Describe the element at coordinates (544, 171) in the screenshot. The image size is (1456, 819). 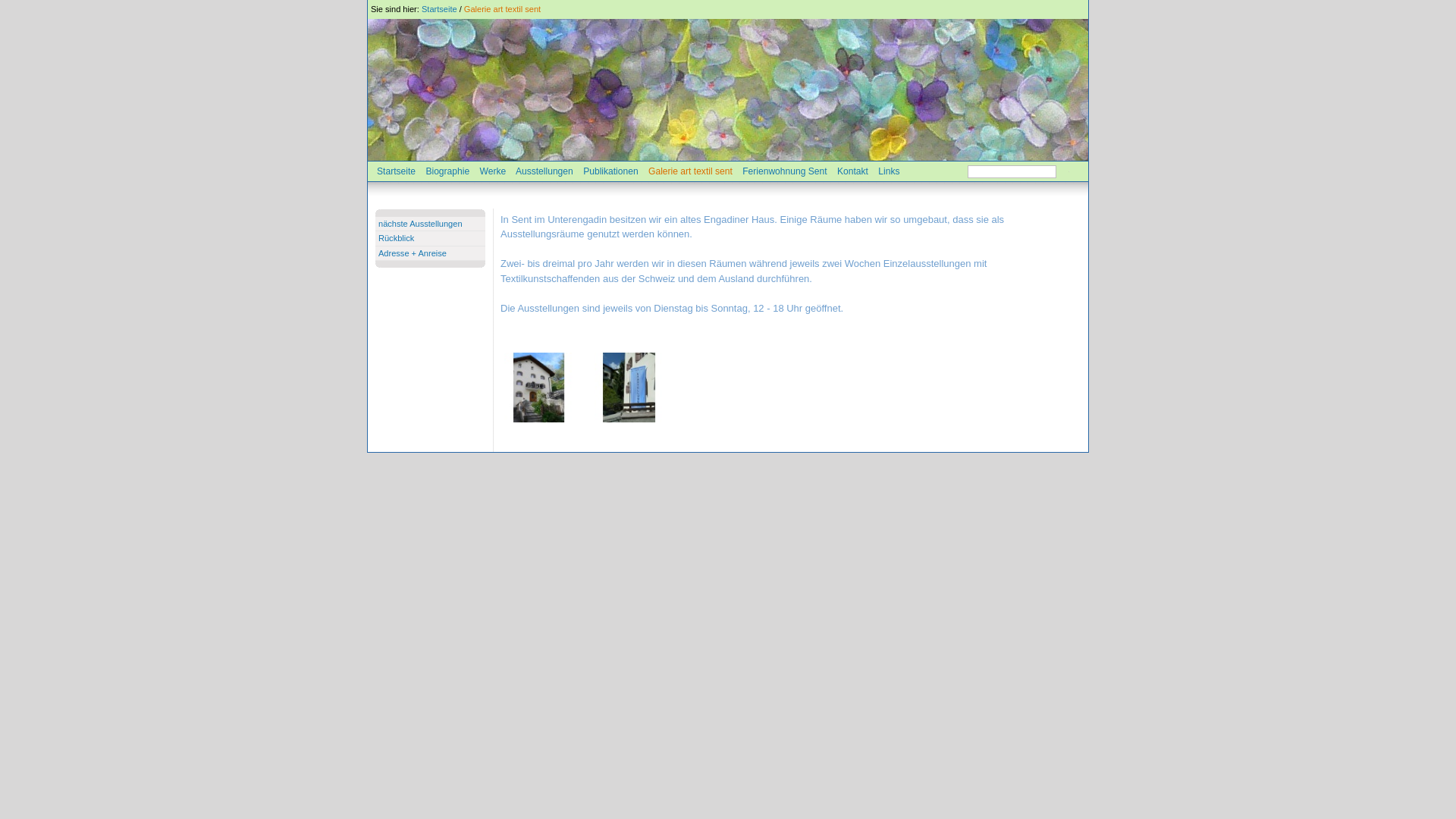
I see `'Ausstellungen'` at that location.